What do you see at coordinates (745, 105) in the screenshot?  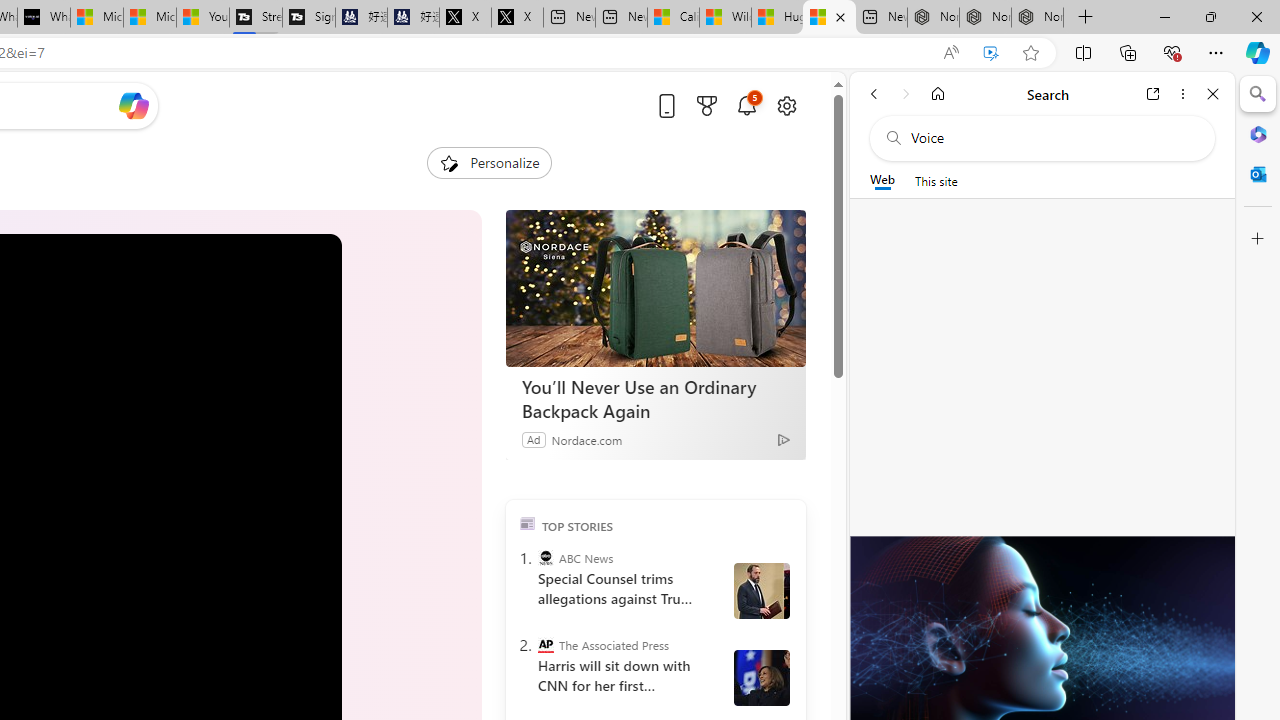 I see `'Notifications'` at bounding box center [745, 105].